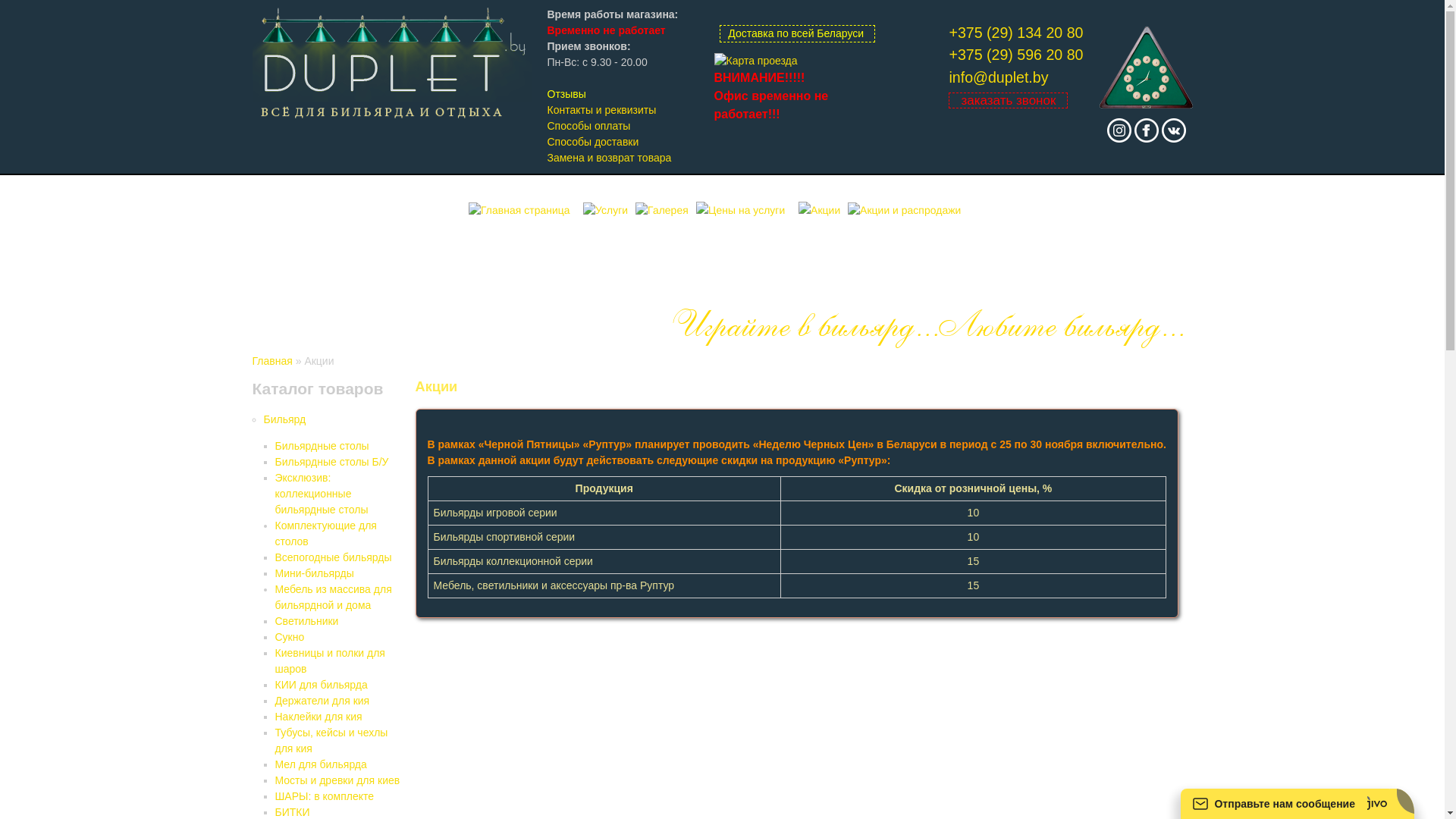 The width and height of the screenshot is (1456, 819). I want to click on 'info@duplet.by', so click(998, 77).